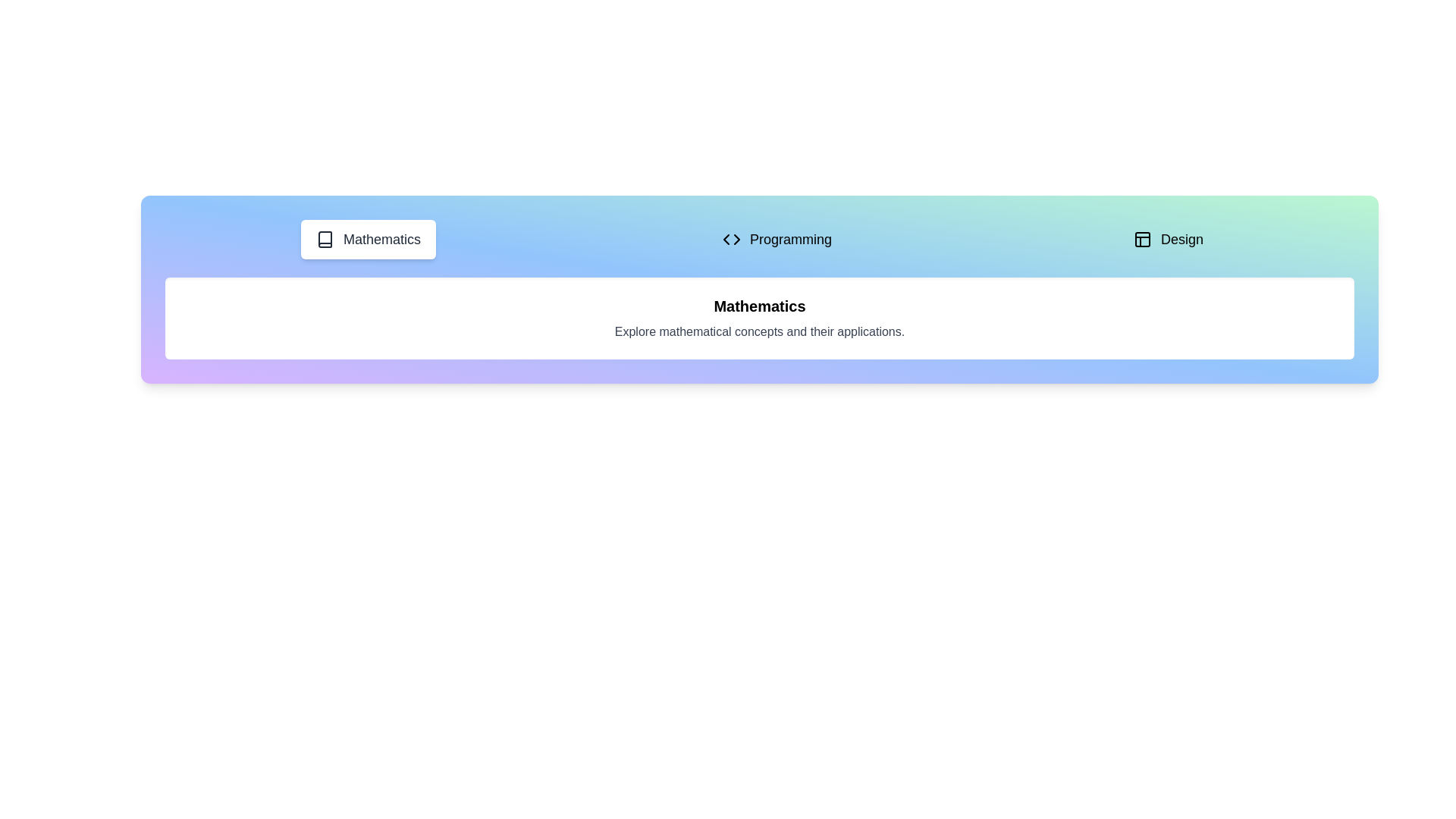 The width and height of the screenshot is (1456, 819). What do you see at coordinates (368, 239) in the screenshot?
I see `the button corresponding to the module Mathematics` at bounding box center [368, 239].